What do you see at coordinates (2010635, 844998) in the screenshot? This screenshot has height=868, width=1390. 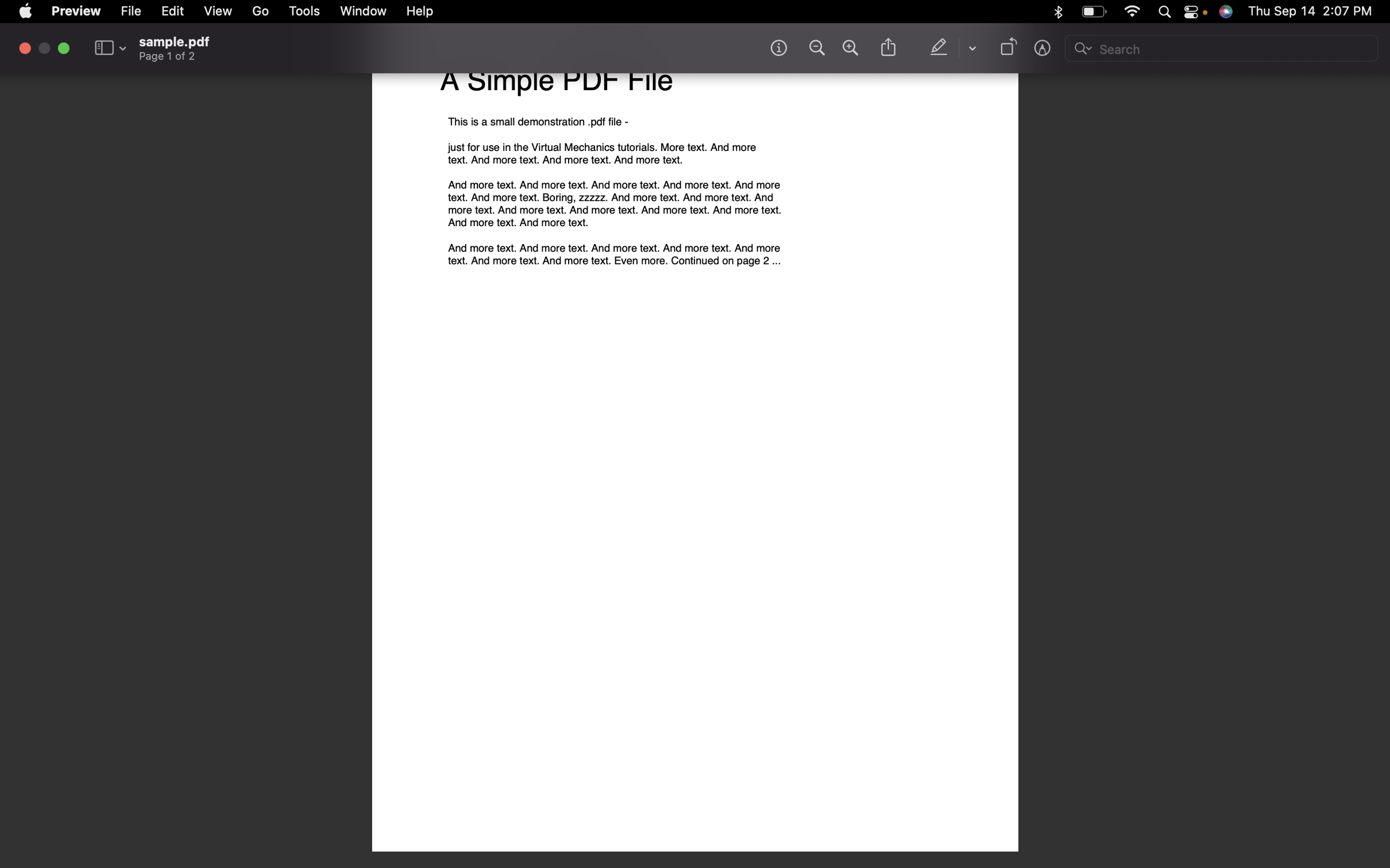 I see `Scroll down to see next page` at bounding box center [2010635, 844998].